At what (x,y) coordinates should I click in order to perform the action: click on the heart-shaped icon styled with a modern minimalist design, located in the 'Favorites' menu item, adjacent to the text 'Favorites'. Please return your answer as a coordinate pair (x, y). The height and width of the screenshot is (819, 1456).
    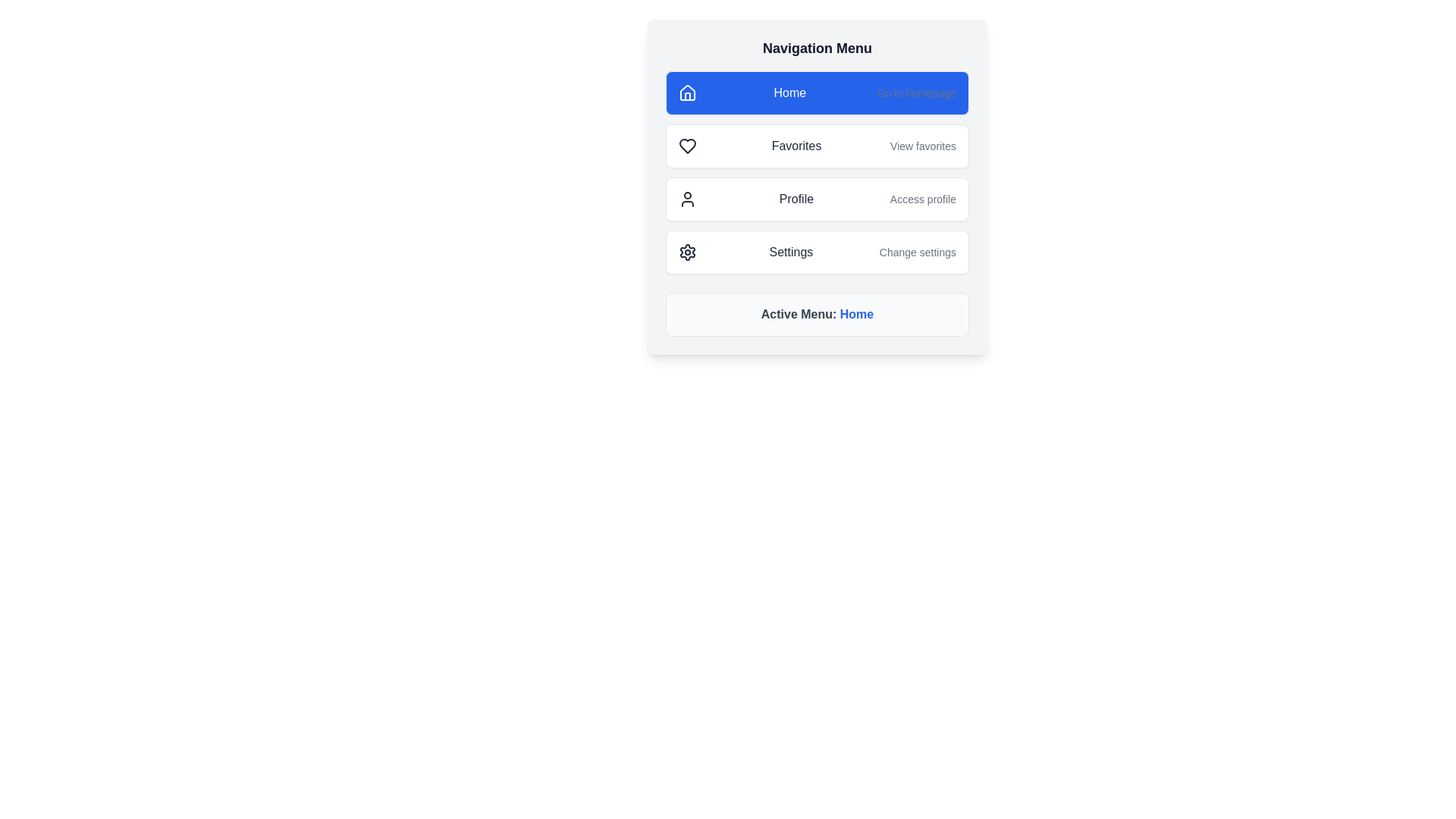
    Looking at the image, I should click on (687, 146).